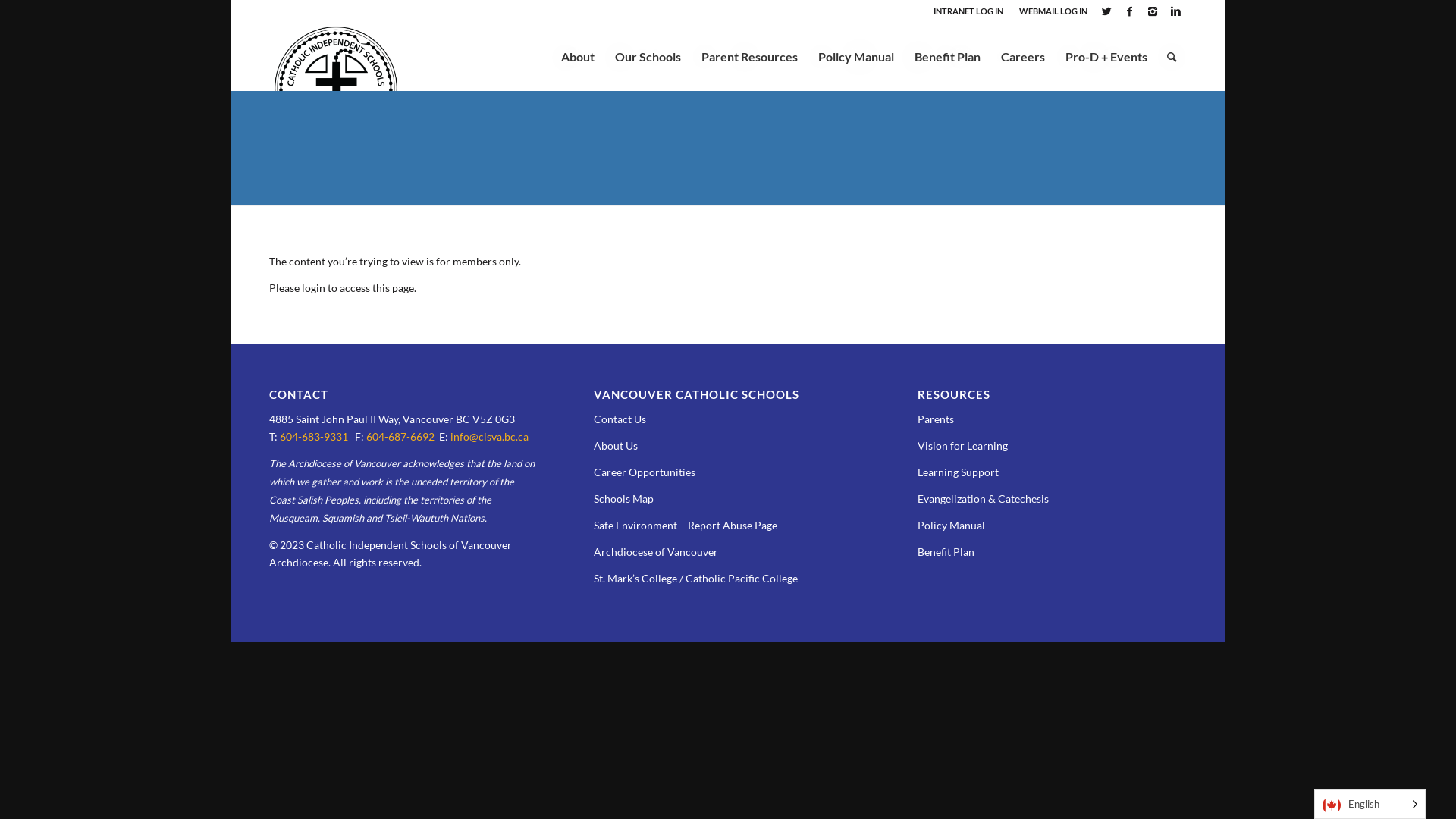  I want to click on 'info@cisva.bc.ca', so click(489, 436).